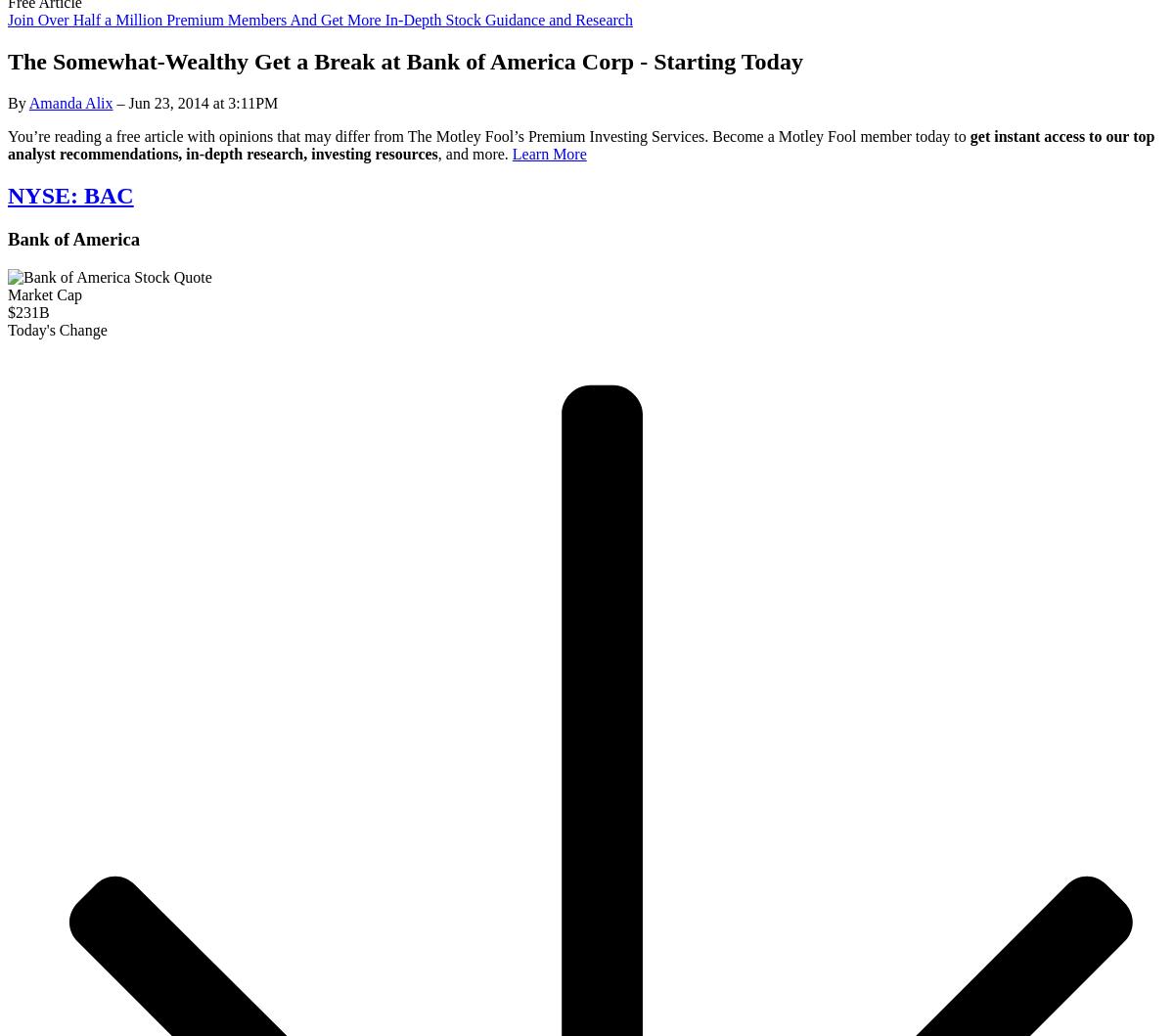 The image size is (1174, 1036). I want to click on 'NYSE: BAC', so click(70, 195).